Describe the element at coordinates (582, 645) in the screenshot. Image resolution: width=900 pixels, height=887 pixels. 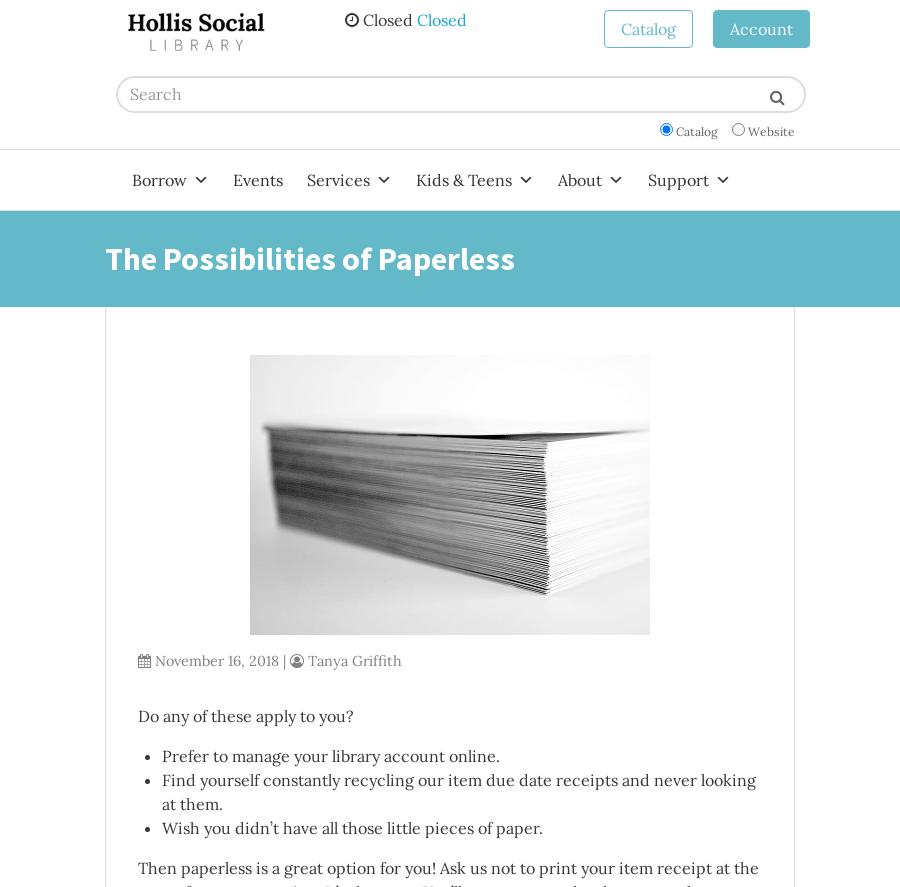
I see `'Contact'` at that location.